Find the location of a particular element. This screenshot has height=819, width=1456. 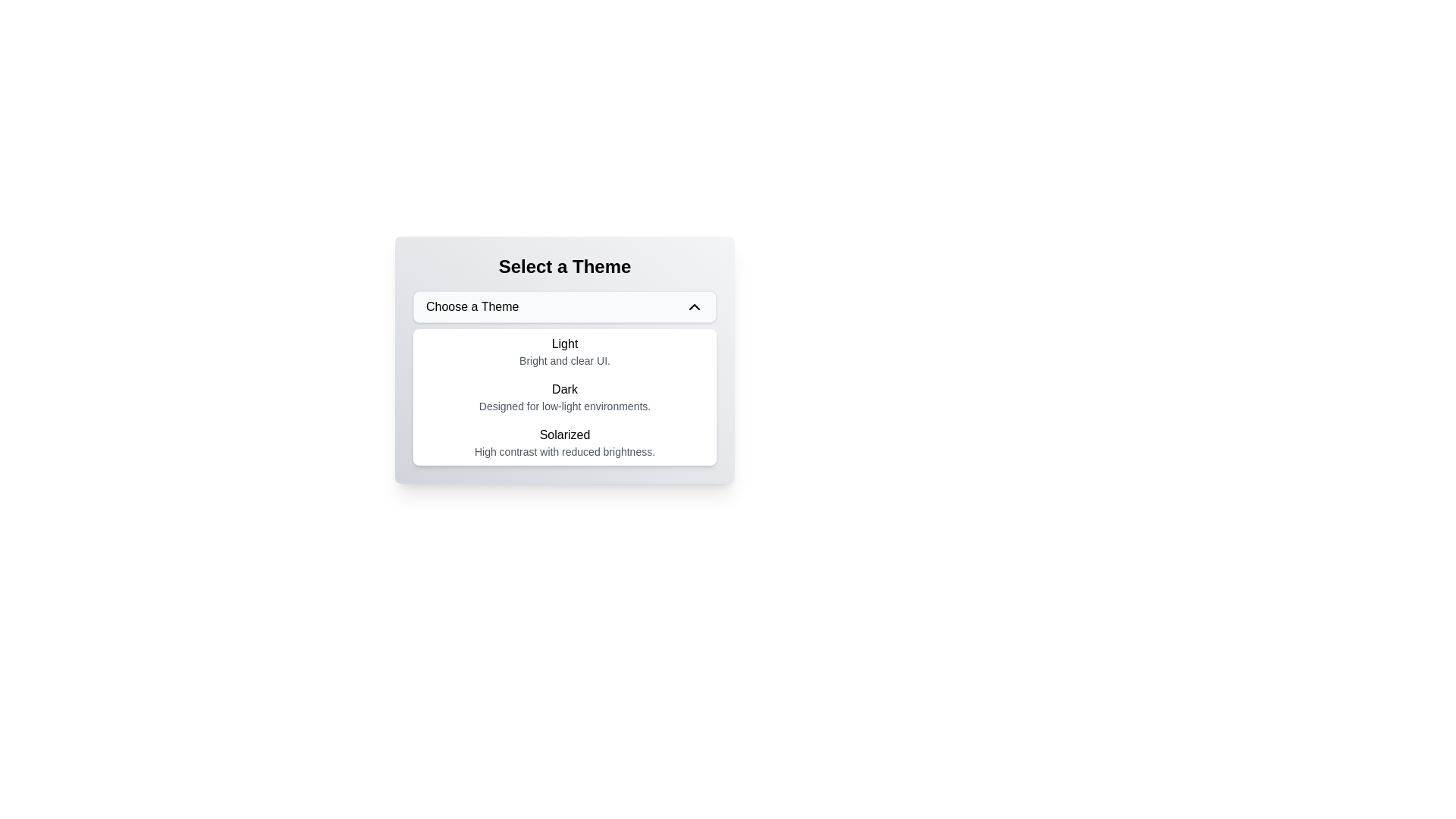

the title or heading text block at the top center of the theme selection card, which indicates the purpose of the section is located at coordinates (563, 265).